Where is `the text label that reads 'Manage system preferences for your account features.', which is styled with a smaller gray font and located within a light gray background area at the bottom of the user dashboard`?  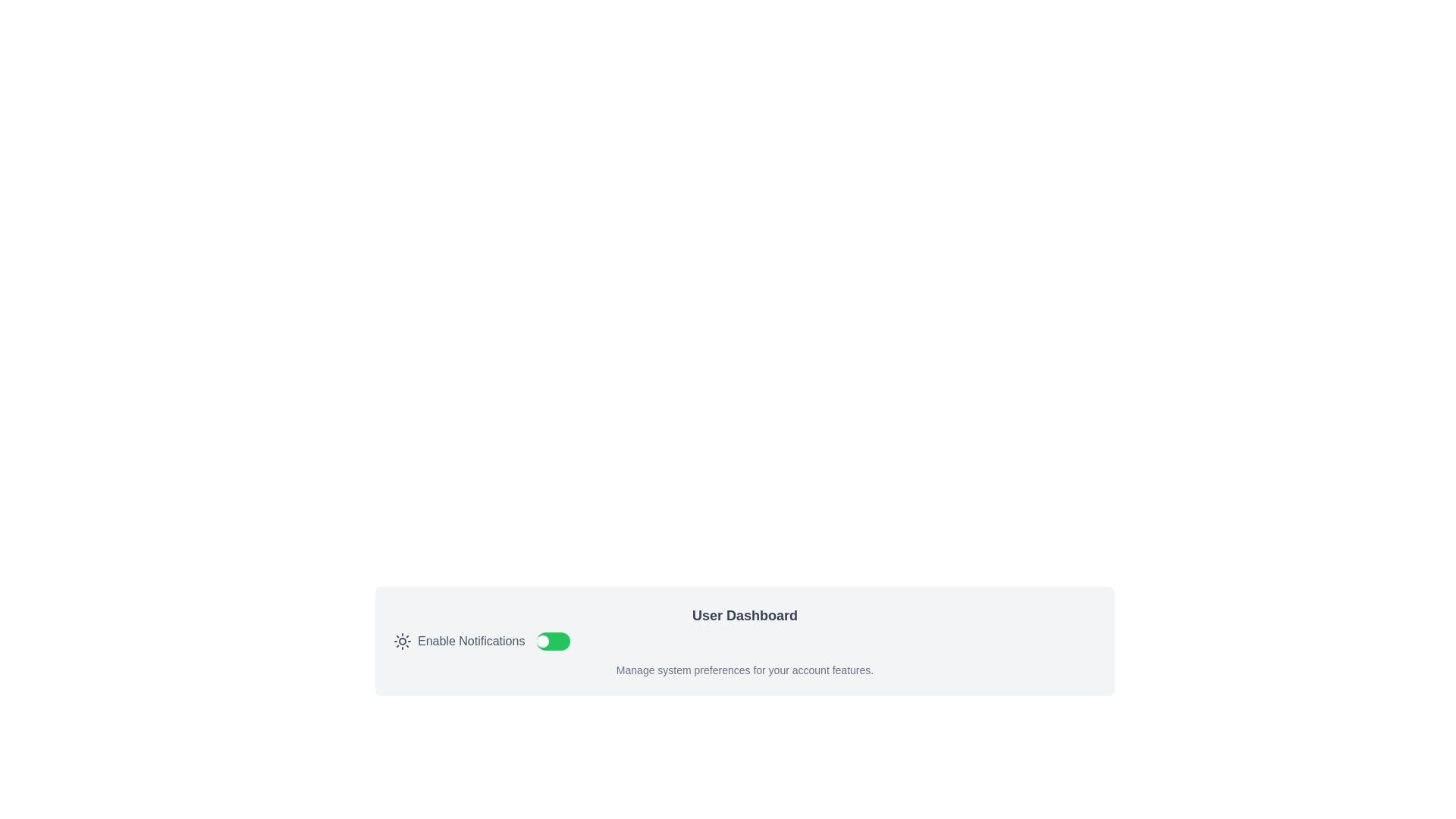 the text label that reads 'Manage system preferences for your account features.', which is styled with a smaller gray font and located within a light gray background area at the bottom of the user dashboard is located at coordinates (745, 669).